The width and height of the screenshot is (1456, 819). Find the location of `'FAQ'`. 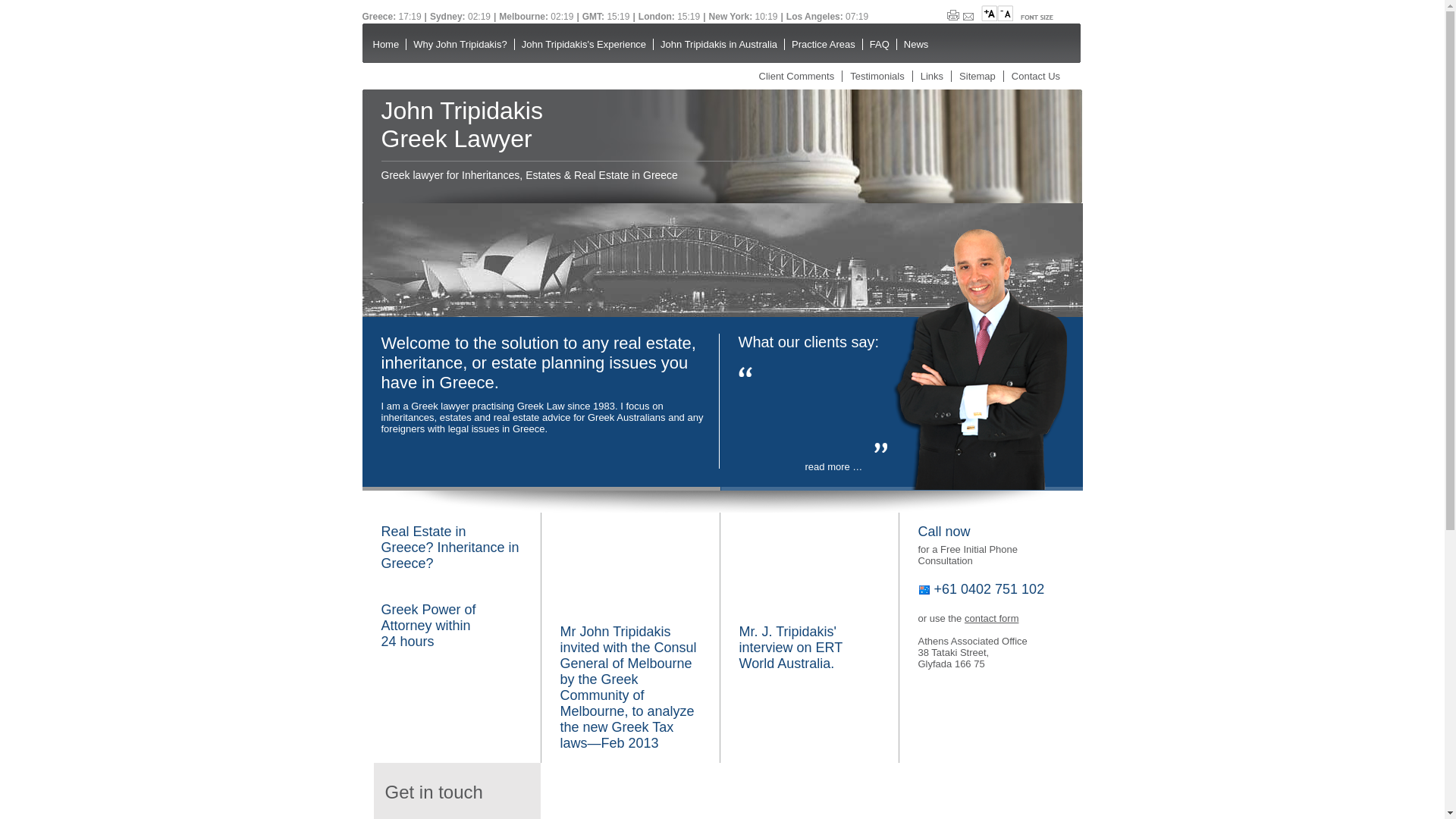

'FAQ' is located at coordinates (862, 43).